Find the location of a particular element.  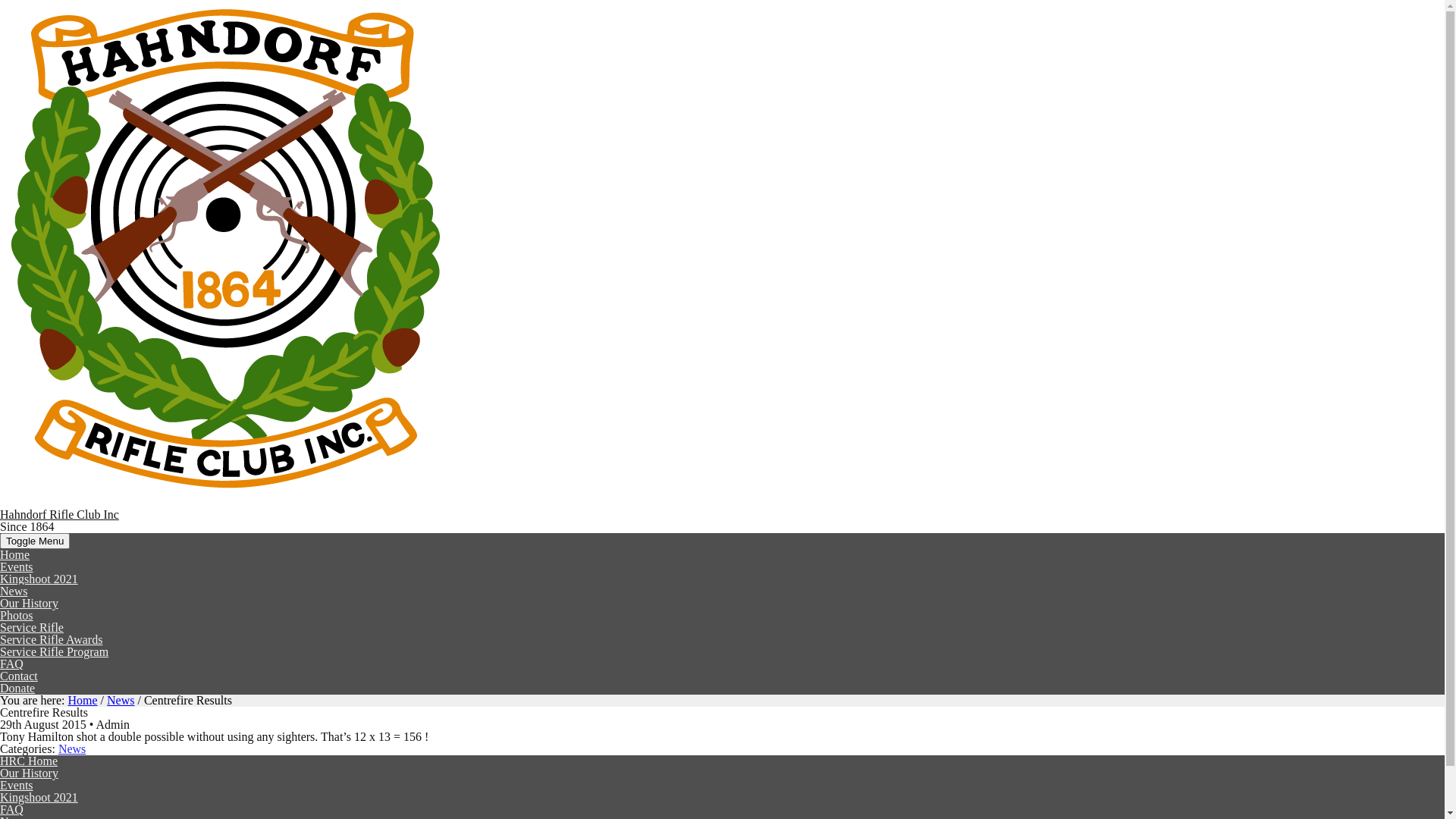

'News' is located at coordinates (71, 748).